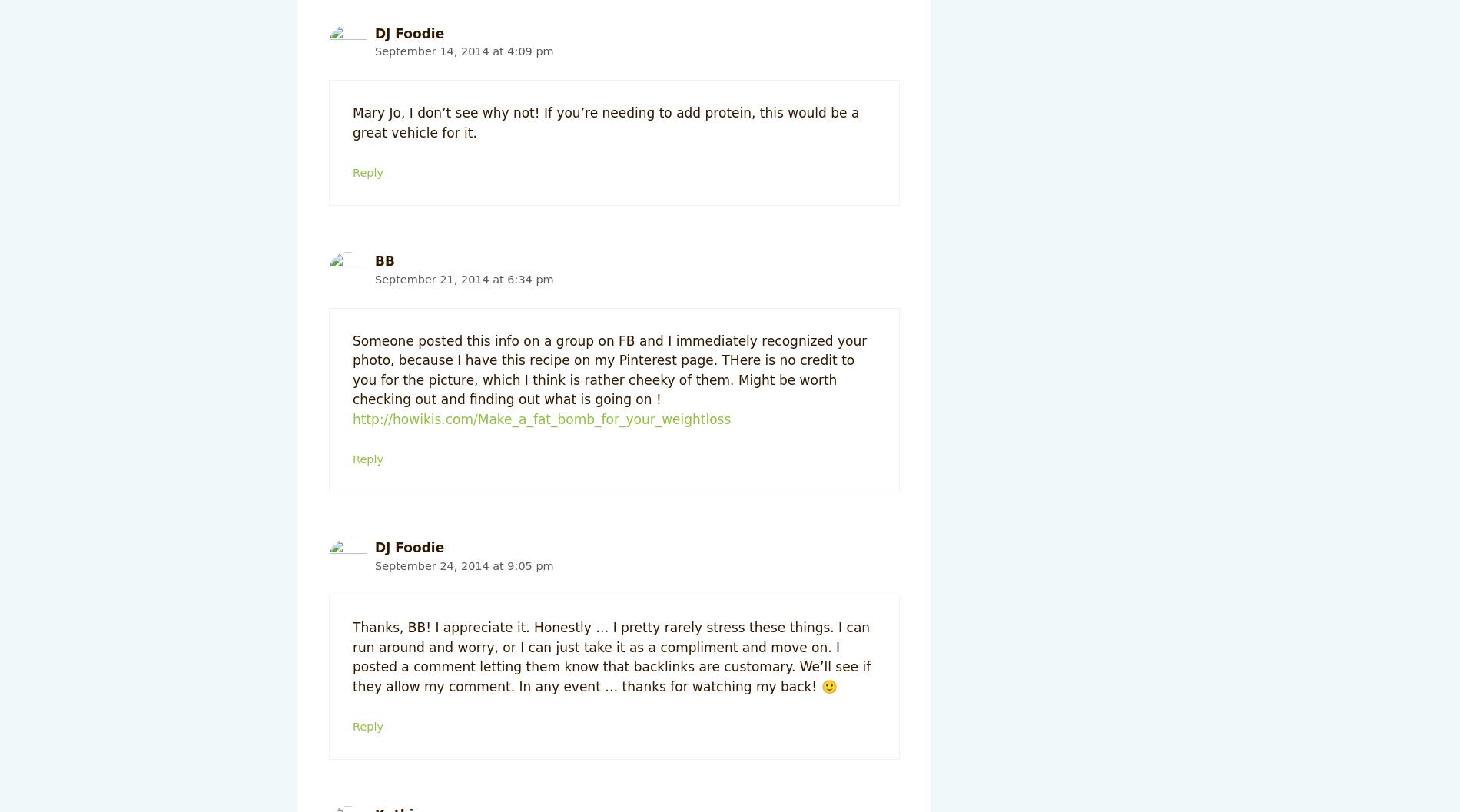 The image size is (1460, 812). What do you see at coordinates (464, 564) in the screenshot?
I see `'September 24, 2014 at 9:05 pm'` at bounding box center [464, 564].